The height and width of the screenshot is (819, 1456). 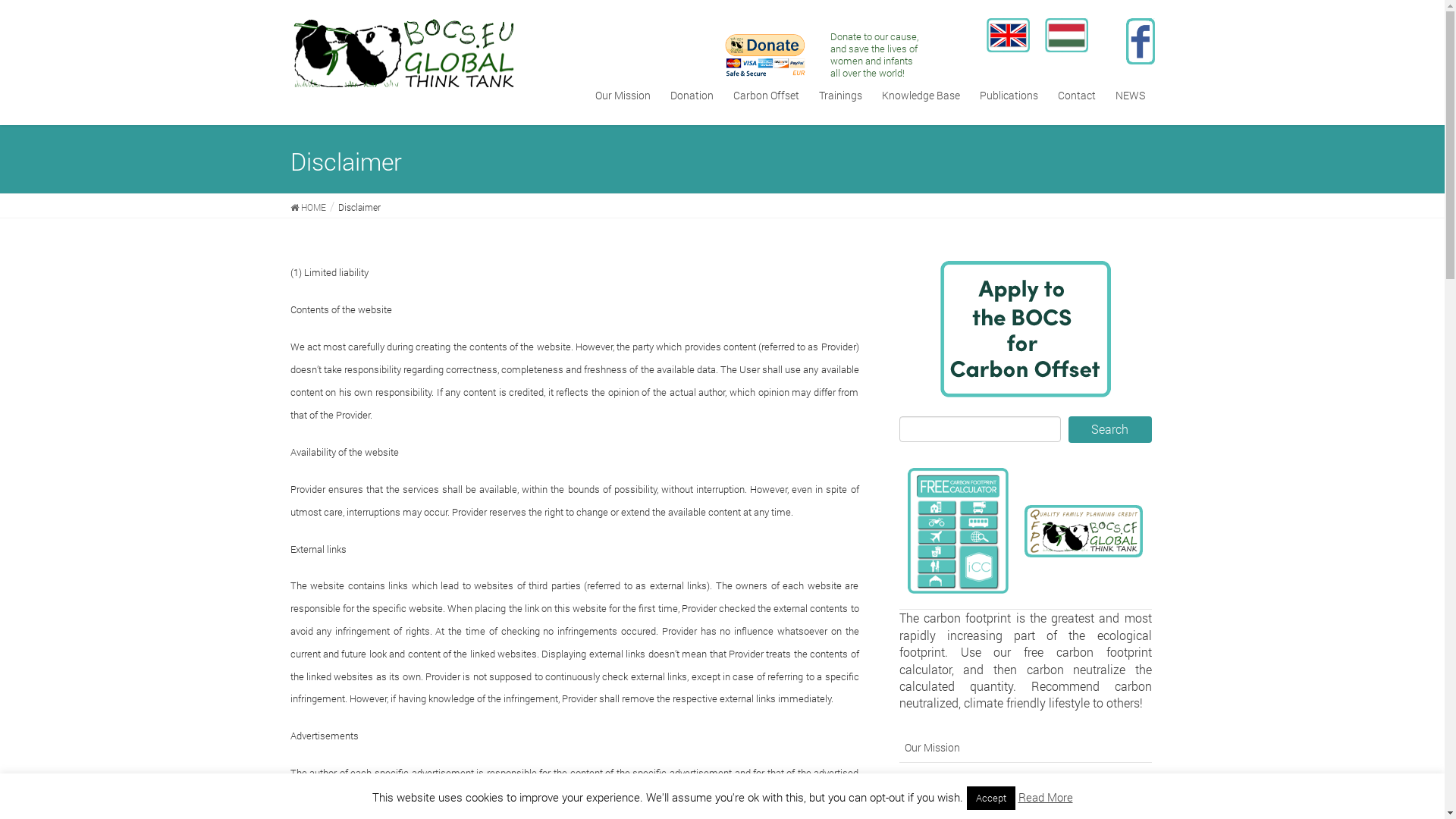 What do you see at coordinates (899, 778) in the screenshot?
I see `'About BOCS'` at bounding box center [899, 778].